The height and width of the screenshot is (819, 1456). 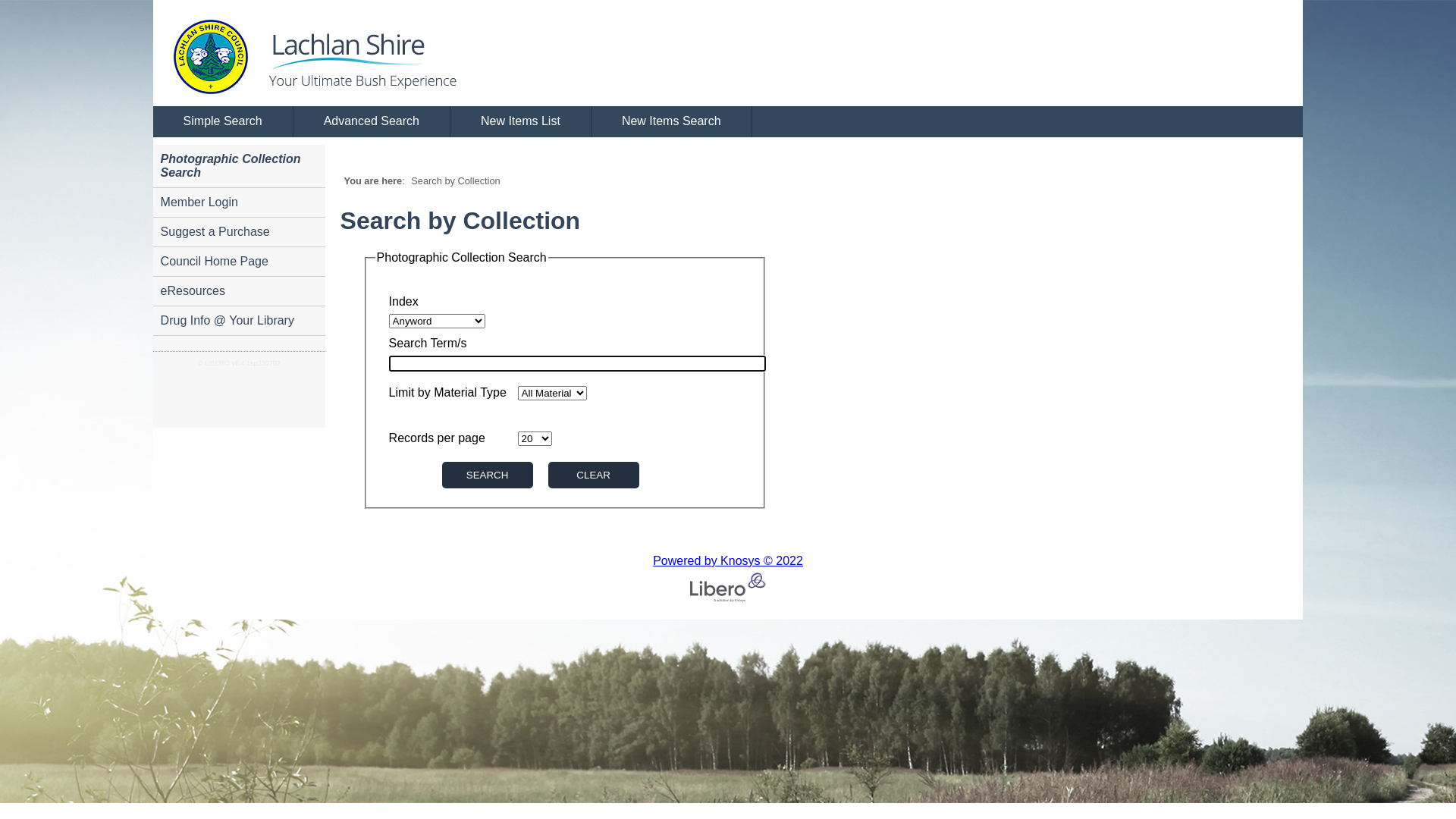 What do you see at coordinates (592, 474) in the screenshot?
I see `'Alt-2'` at bounding box center [592, 474].